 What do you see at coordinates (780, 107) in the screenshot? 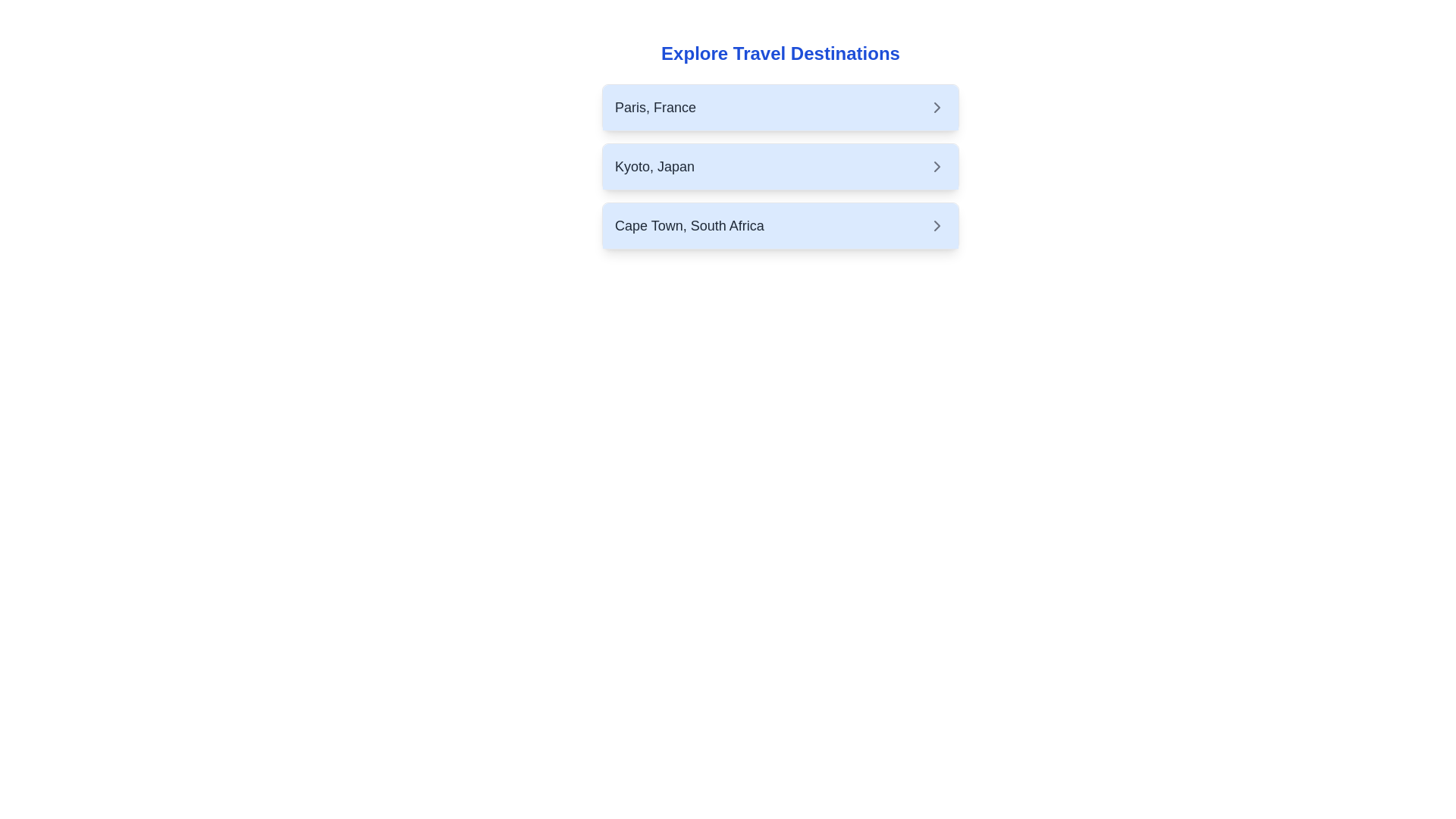
I see `the navigation button for 'Paris, France' located at the top of the 'Explore Travel Destinations' list` at bounding box center [780, 107].